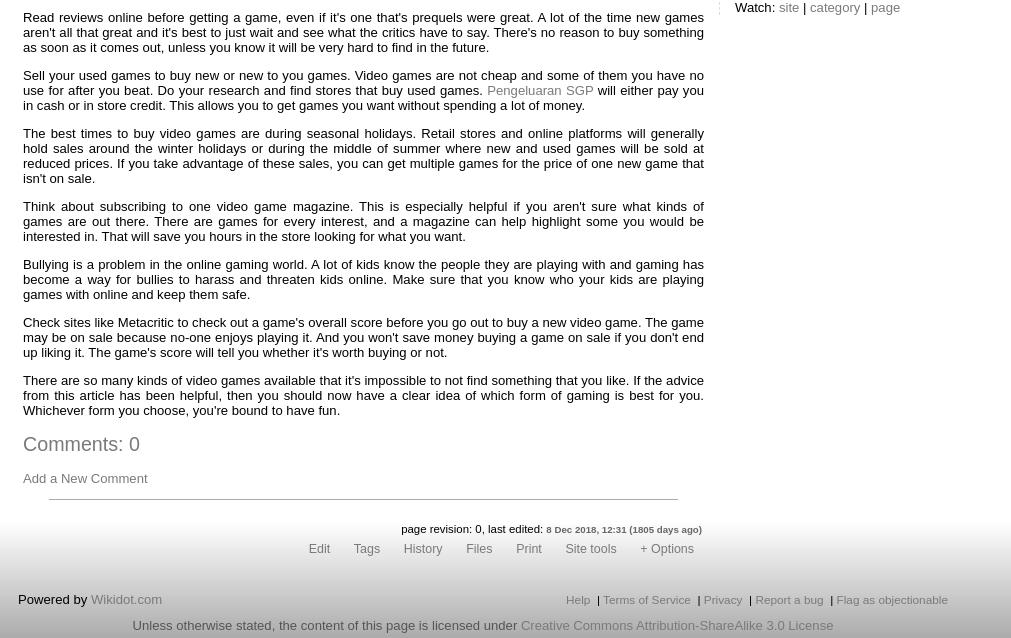 This screenshot has height=638, width=1011. I want to click on 'Privacy', so click(721, 598).